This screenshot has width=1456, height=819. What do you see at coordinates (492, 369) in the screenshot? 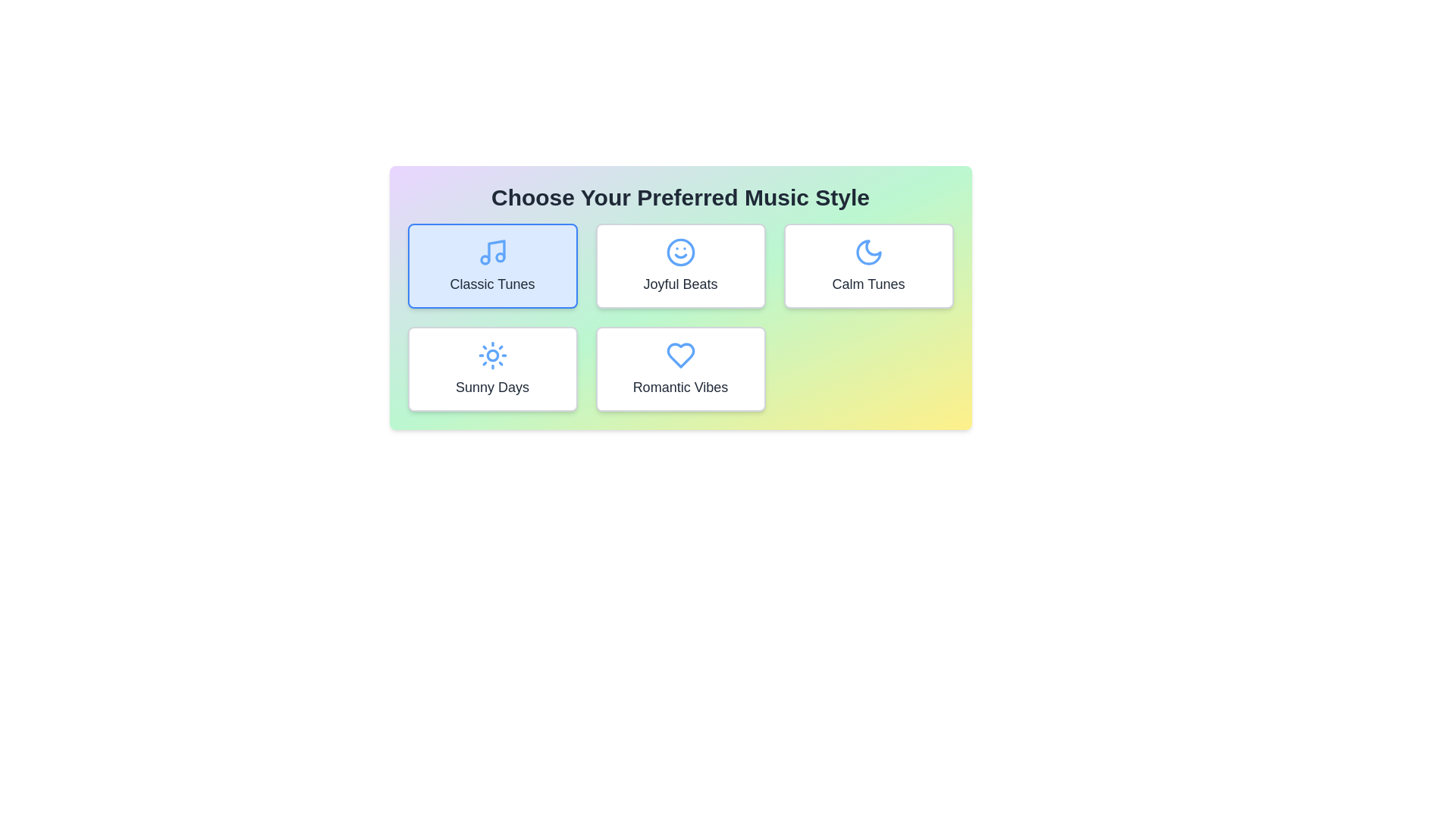
I see `the button labeled 'Sunny Days' which features a sun icon and is located in the bottom-left quadrant of the grid layout` at bounding box center [492, 369].